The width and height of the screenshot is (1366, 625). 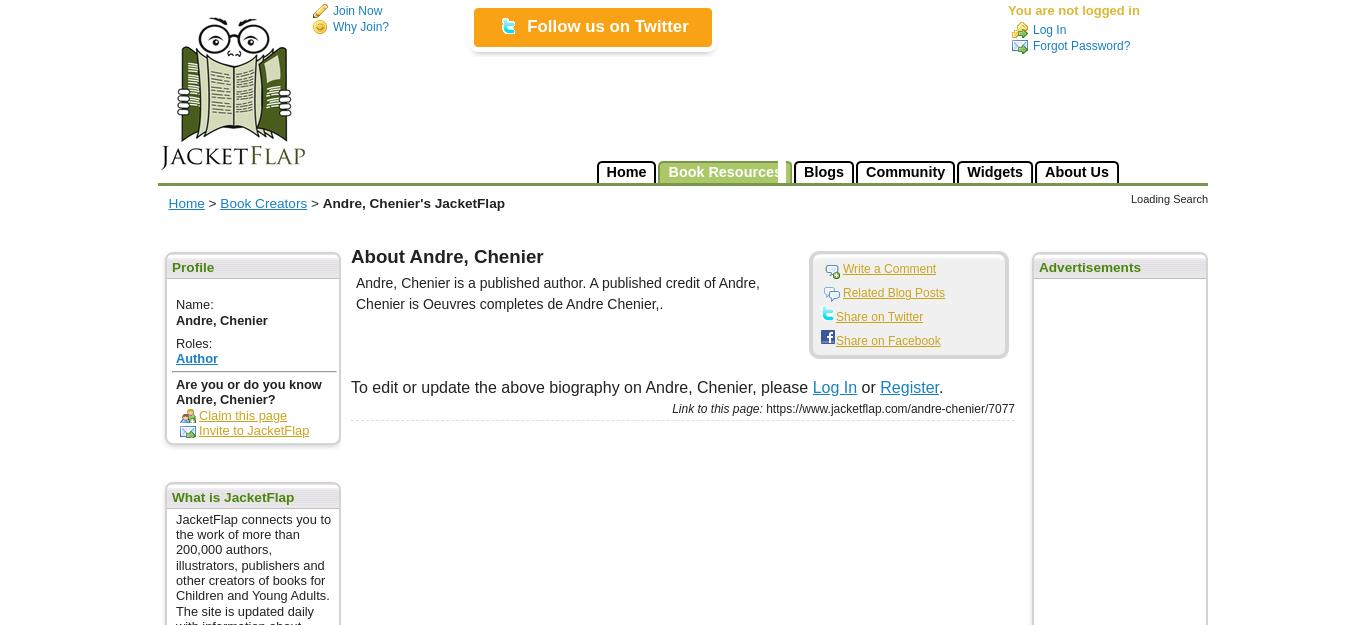 I want to click on 'You are not logged in', so click(x=1072, y=9).